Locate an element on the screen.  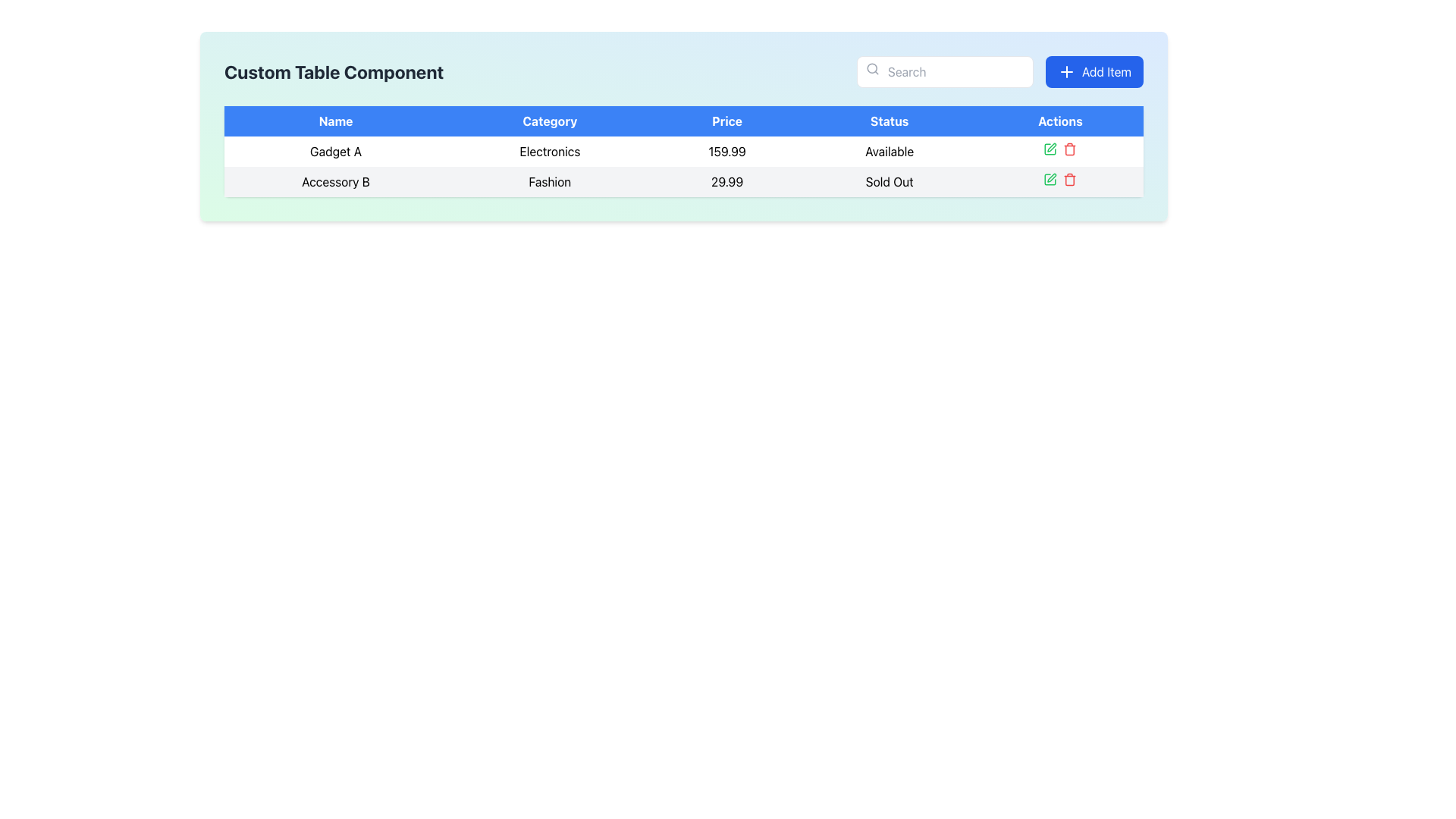
the pen tool icon button located in the 'Actions' column of the second row of the table is located at coordinates (1051, 177).